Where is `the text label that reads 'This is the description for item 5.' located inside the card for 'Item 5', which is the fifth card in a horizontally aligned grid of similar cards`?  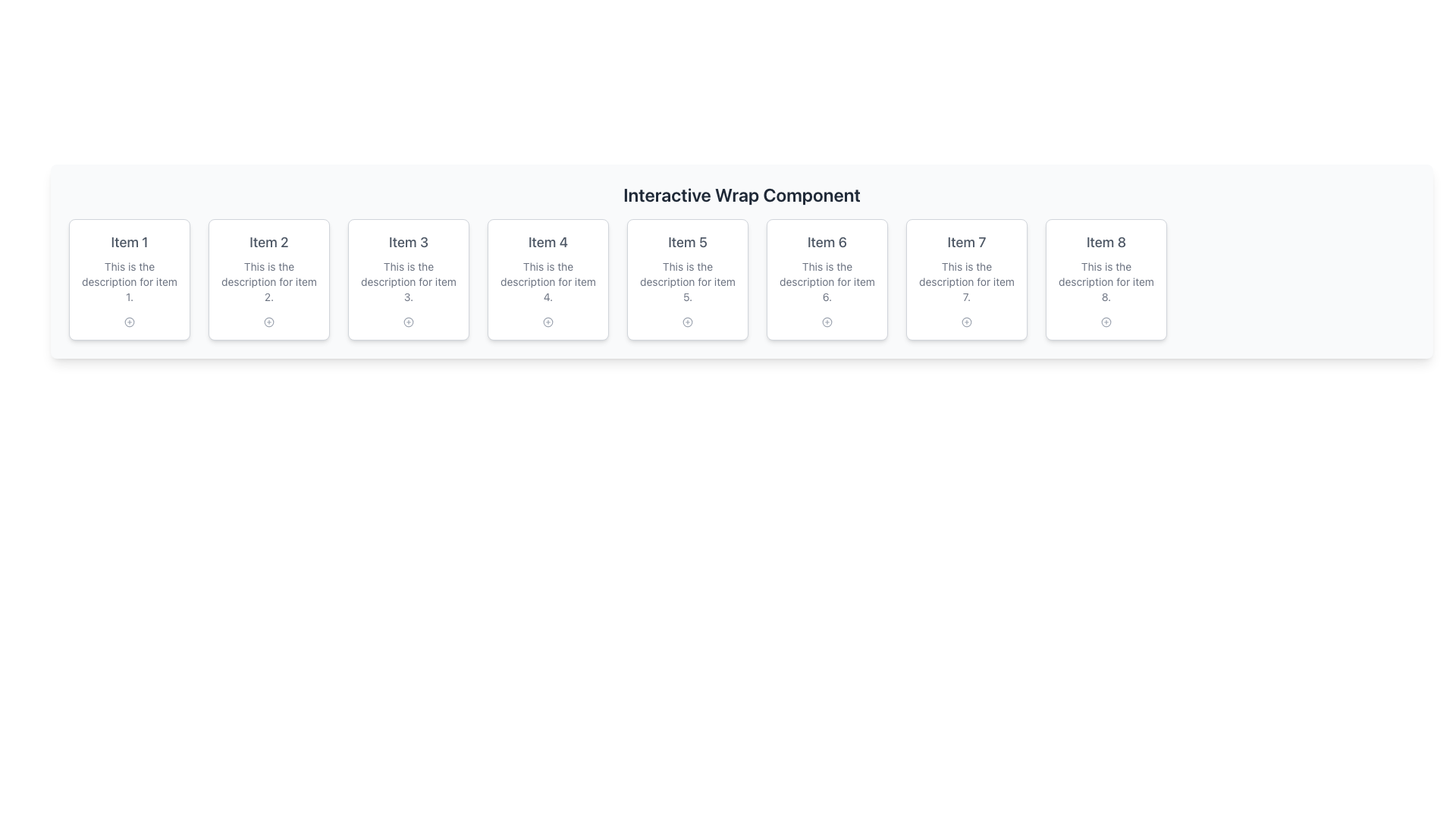 the text label that reads 'This is the description for item 5.' located inside the card for 'Item 5', which is the fifth card in a horizontally aligned grid of similar cards is located at coordinates (687, 281).